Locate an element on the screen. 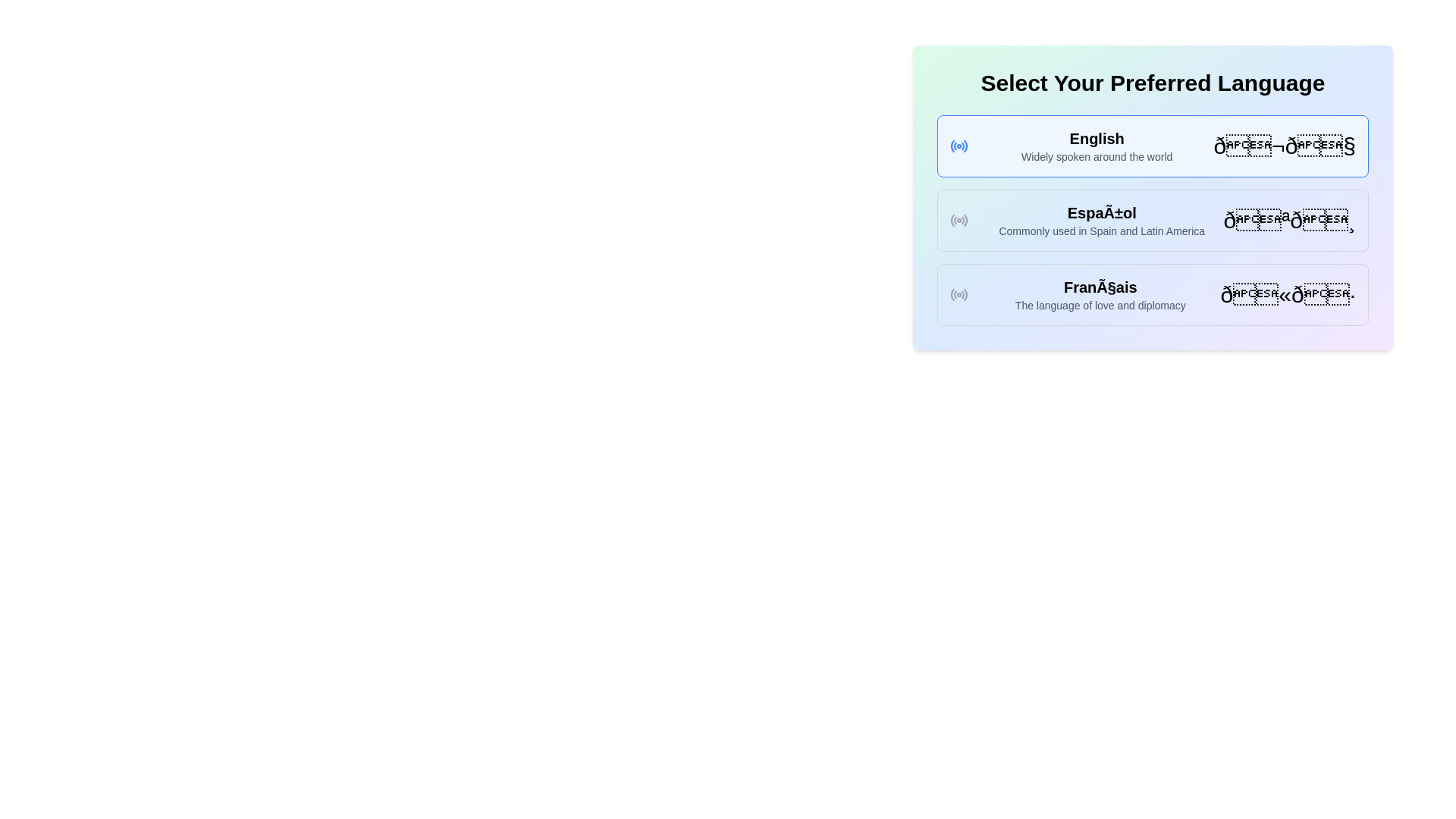  the 'Español' selectable item in the language options list is located at coordinates (1153, 197).